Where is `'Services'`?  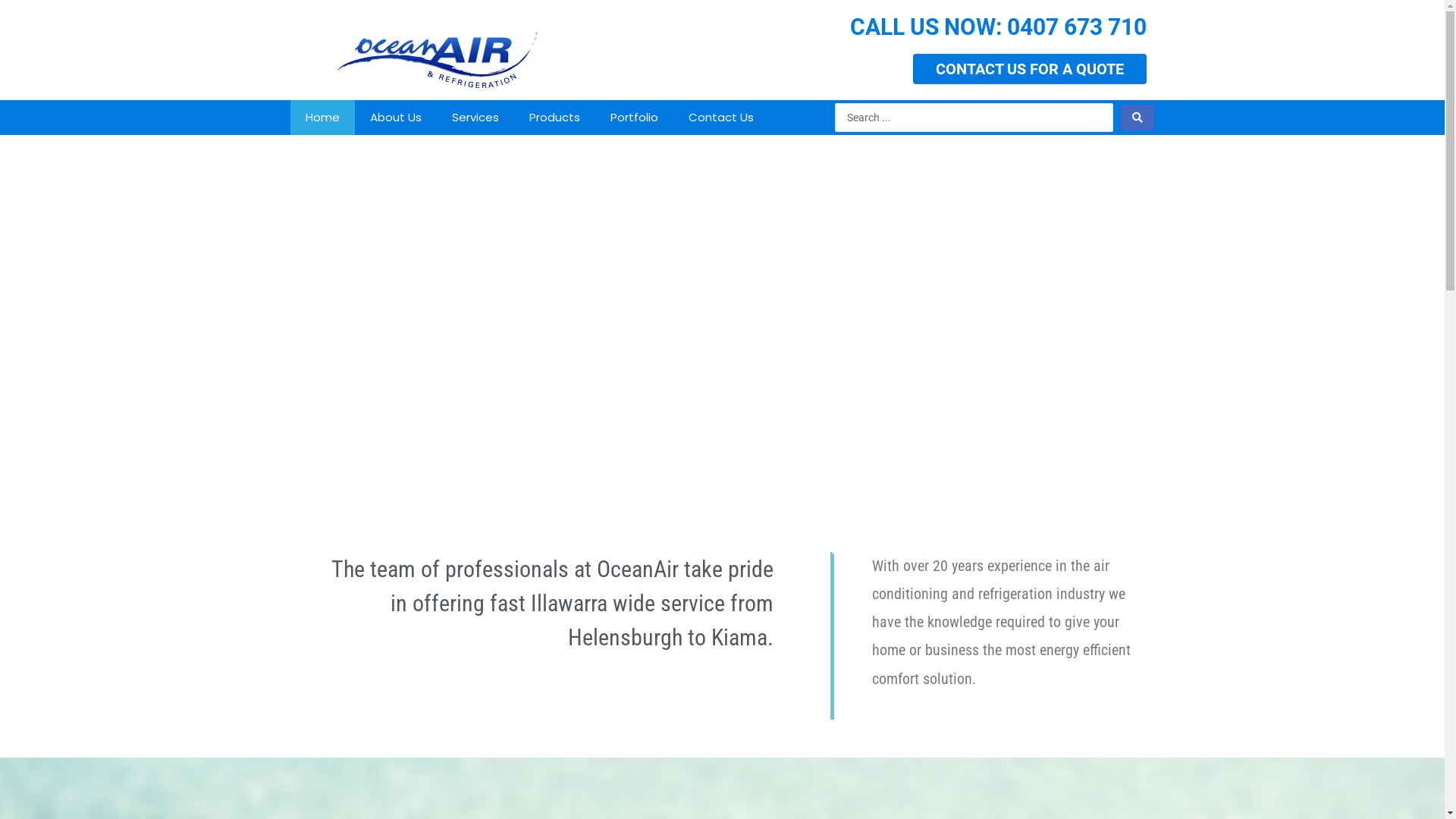 'Services' is located at coordinates (475, 116).